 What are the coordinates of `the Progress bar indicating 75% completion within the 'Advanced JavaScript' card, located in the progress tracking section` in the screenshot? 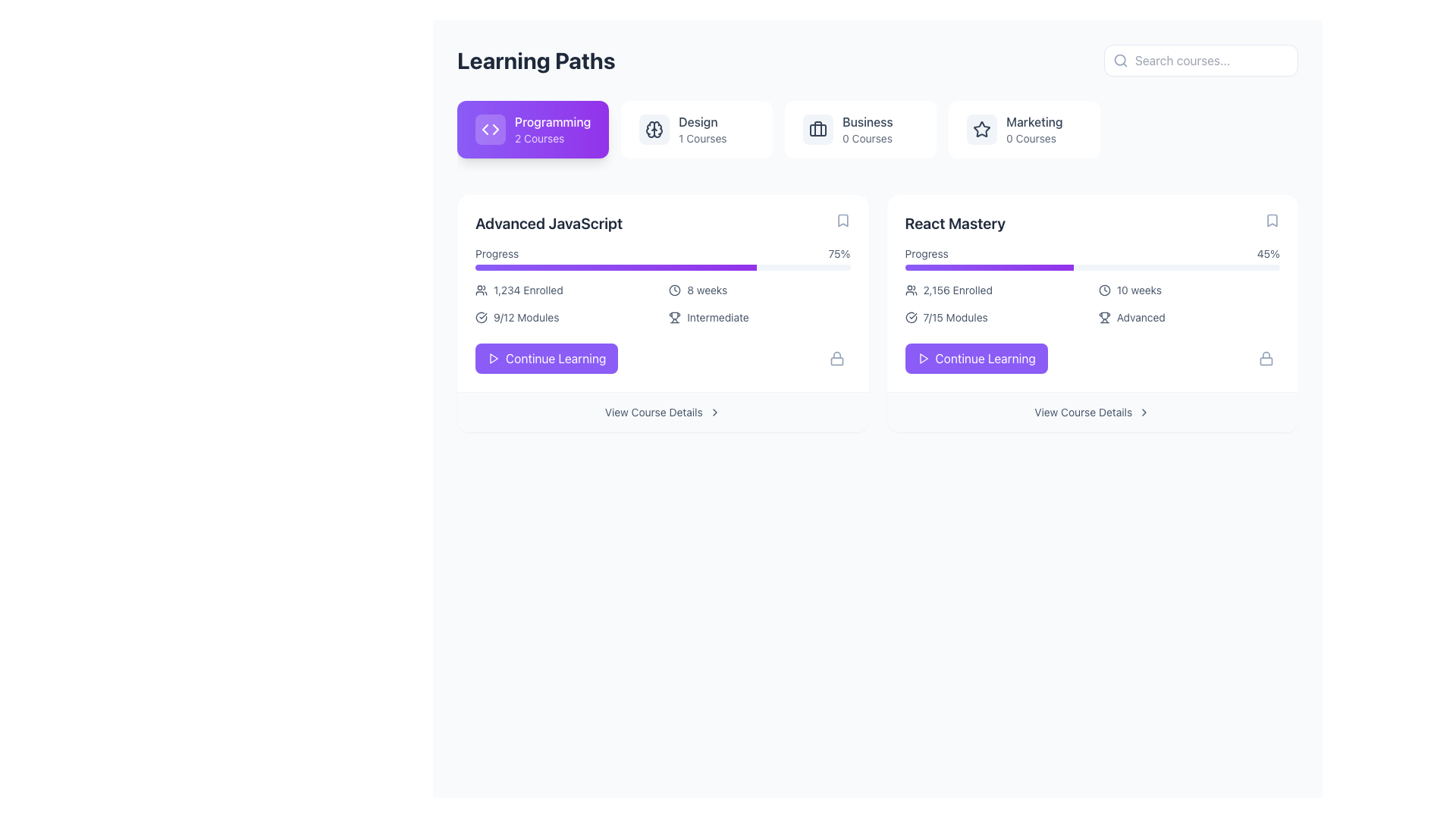 It's located at (616, 267).